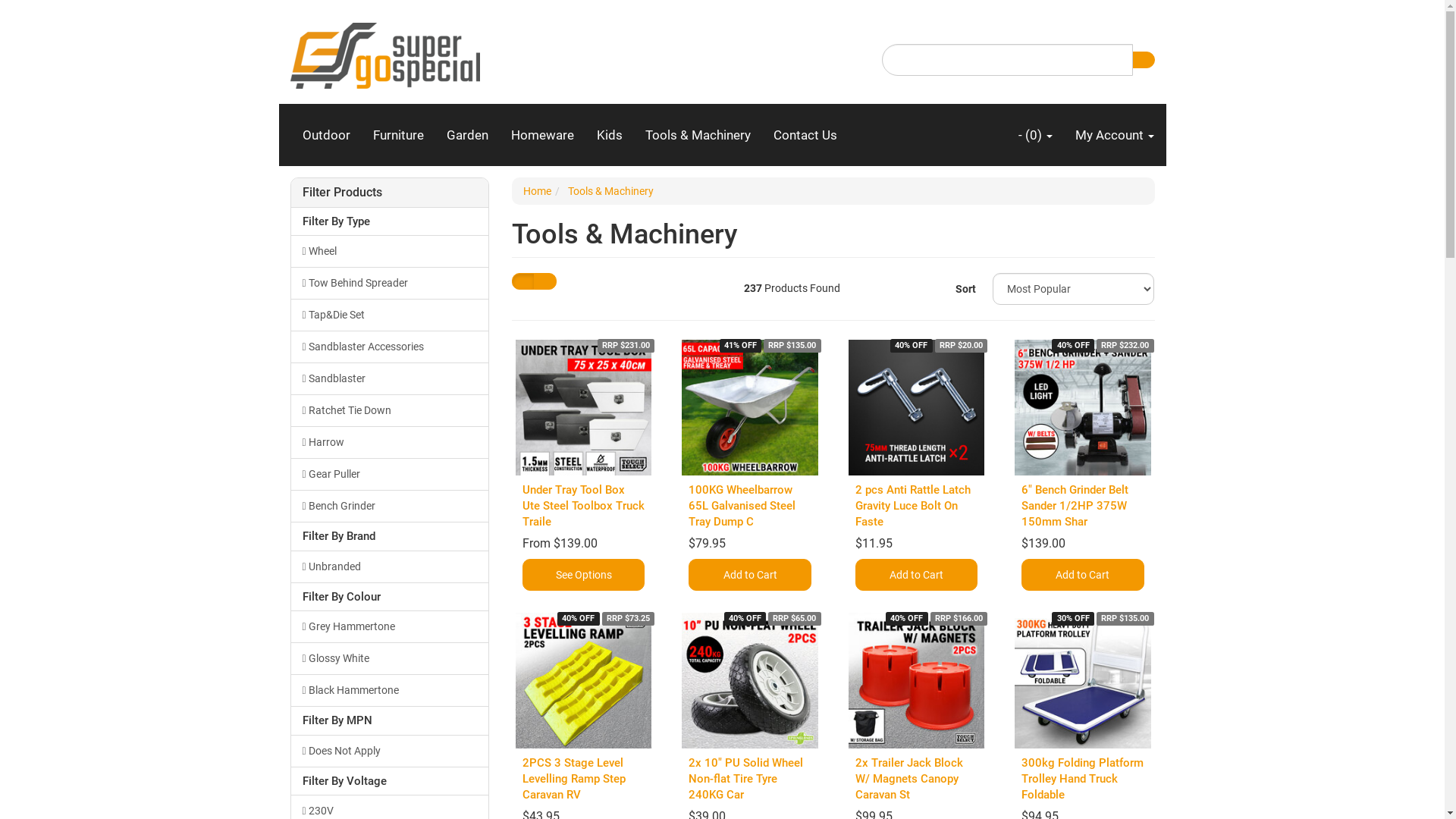 The height and width of the screenshot is (819, 1456). I want to click on 'Outdoor', so click(325, 133).